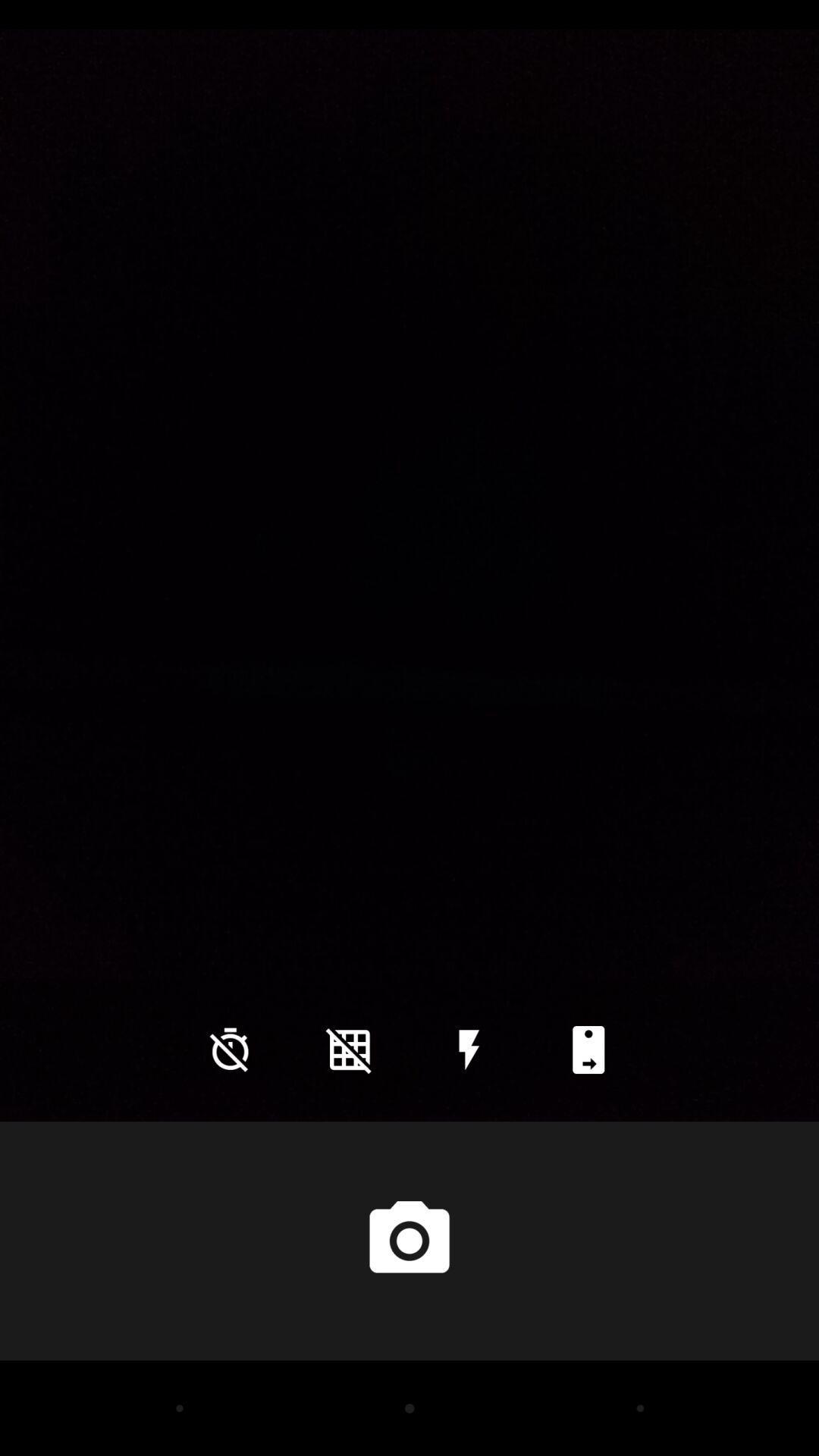 This screenshot has width=819, height=1456. I want to click on the icon at the bottom right corner, so click(588, 1049).